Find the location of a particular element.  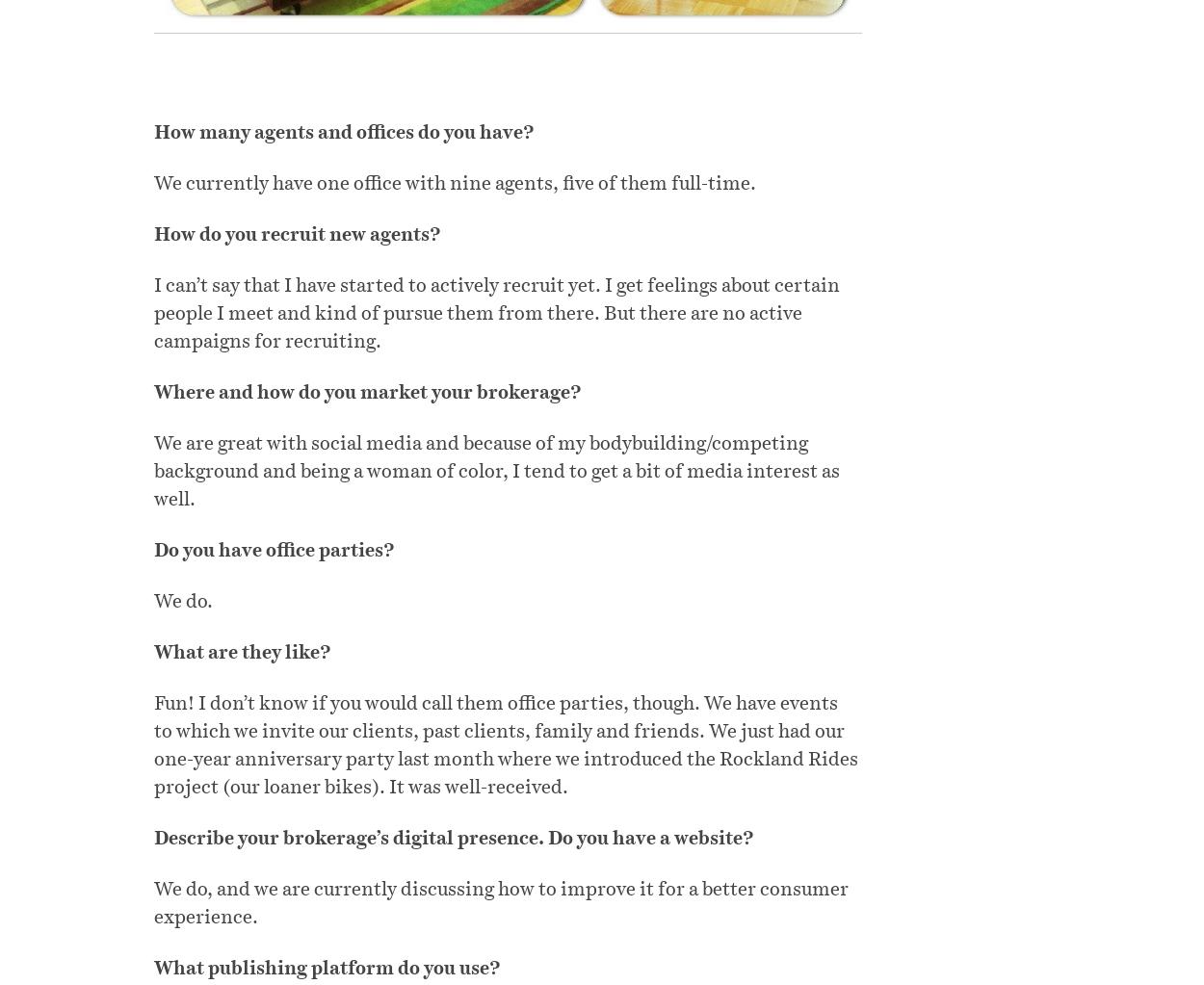

'How do you recruit new agents?' is located at coordinates (297, 233).